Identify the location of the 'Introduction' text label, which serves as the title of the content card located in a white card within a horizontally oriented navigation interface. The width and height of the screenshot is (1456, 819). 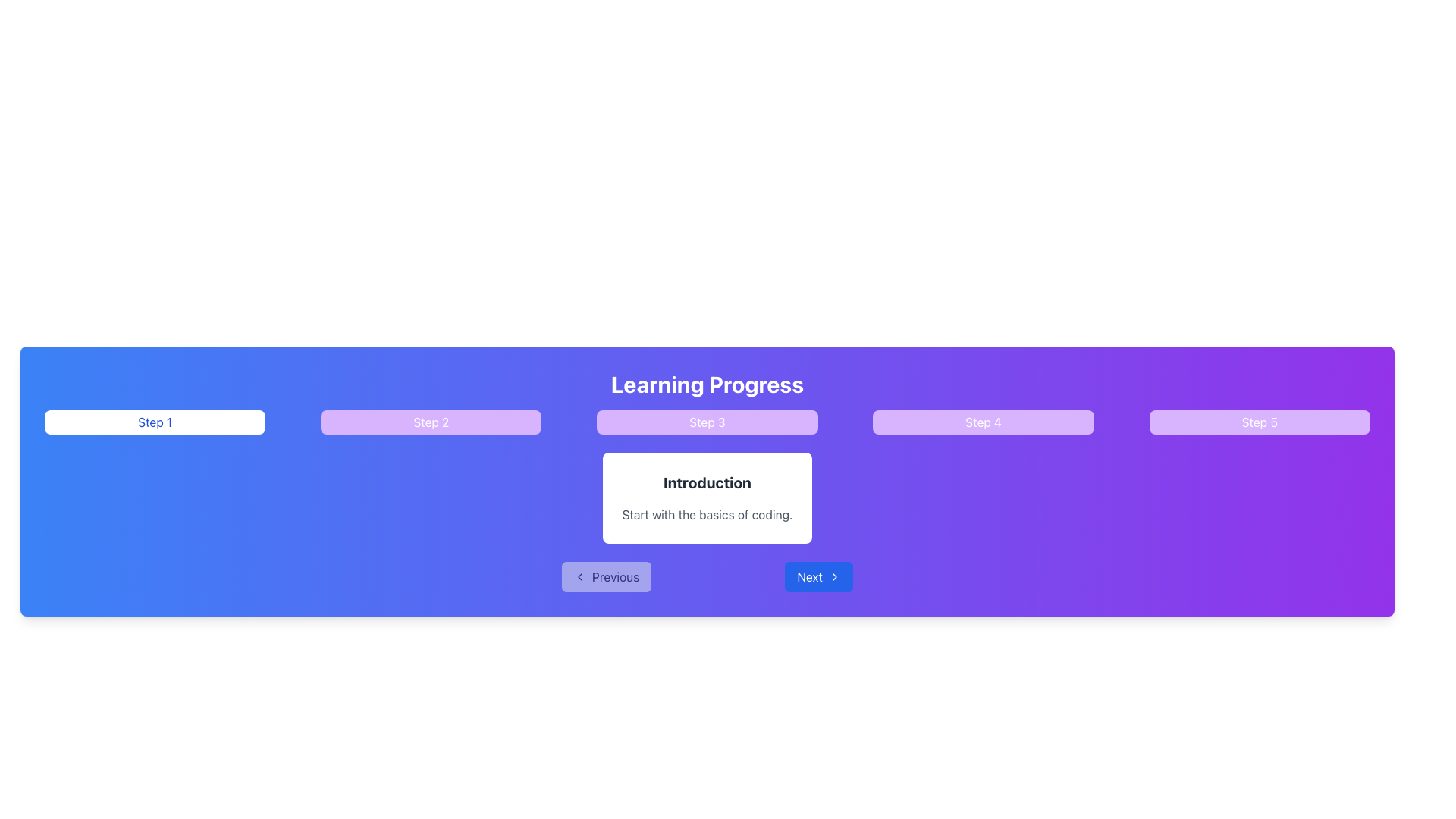
(706, 482).